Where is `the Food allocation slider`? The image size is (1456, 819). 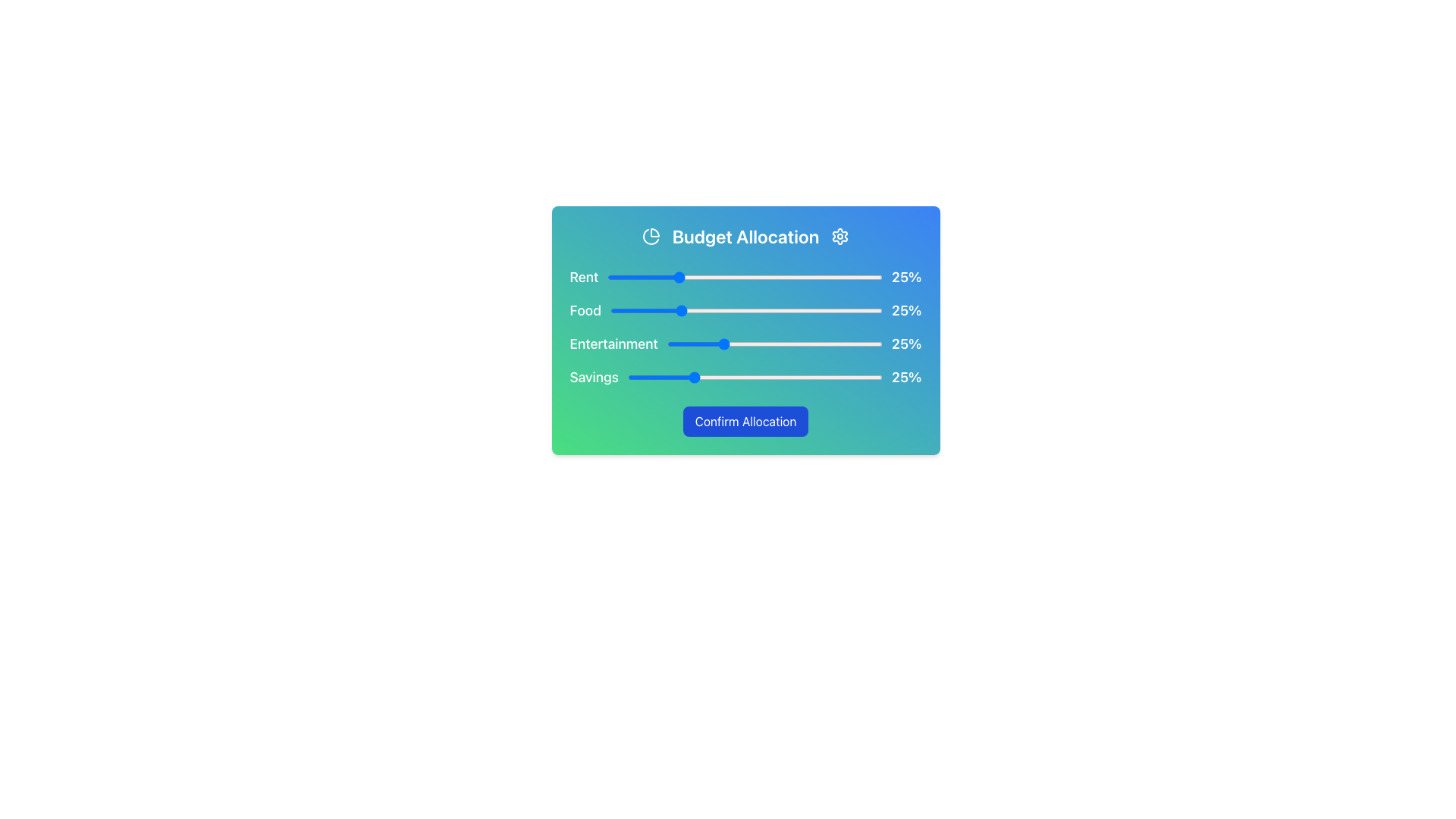 the Food allocation slider is located at coordinates (795, 309).